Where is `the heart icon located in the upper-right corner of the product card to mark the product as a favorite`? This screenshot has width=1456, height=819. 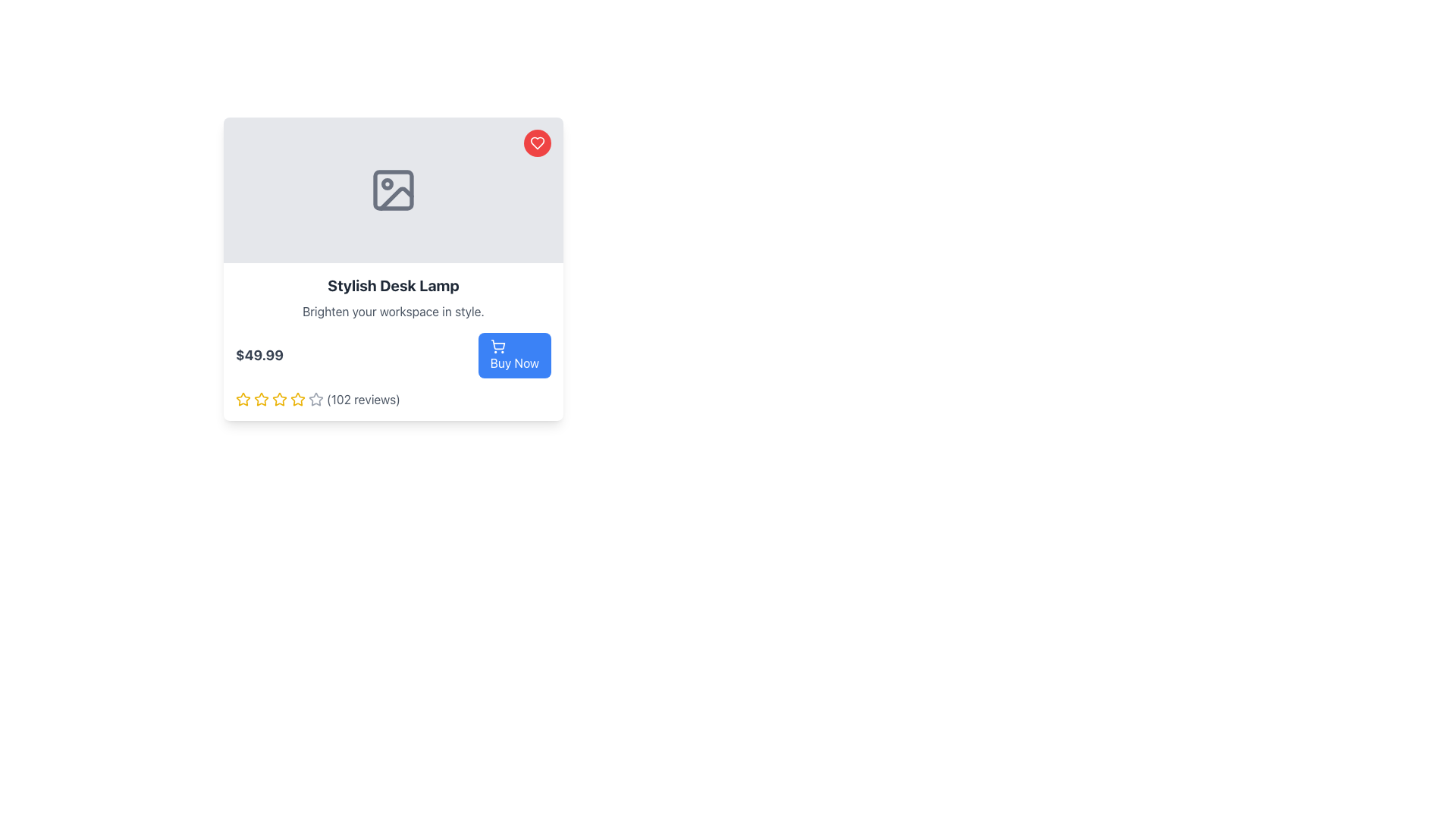
the heart icon located in the upper-right corner of the product card to mark the product as a favorite is located at coordinates (538, 143).